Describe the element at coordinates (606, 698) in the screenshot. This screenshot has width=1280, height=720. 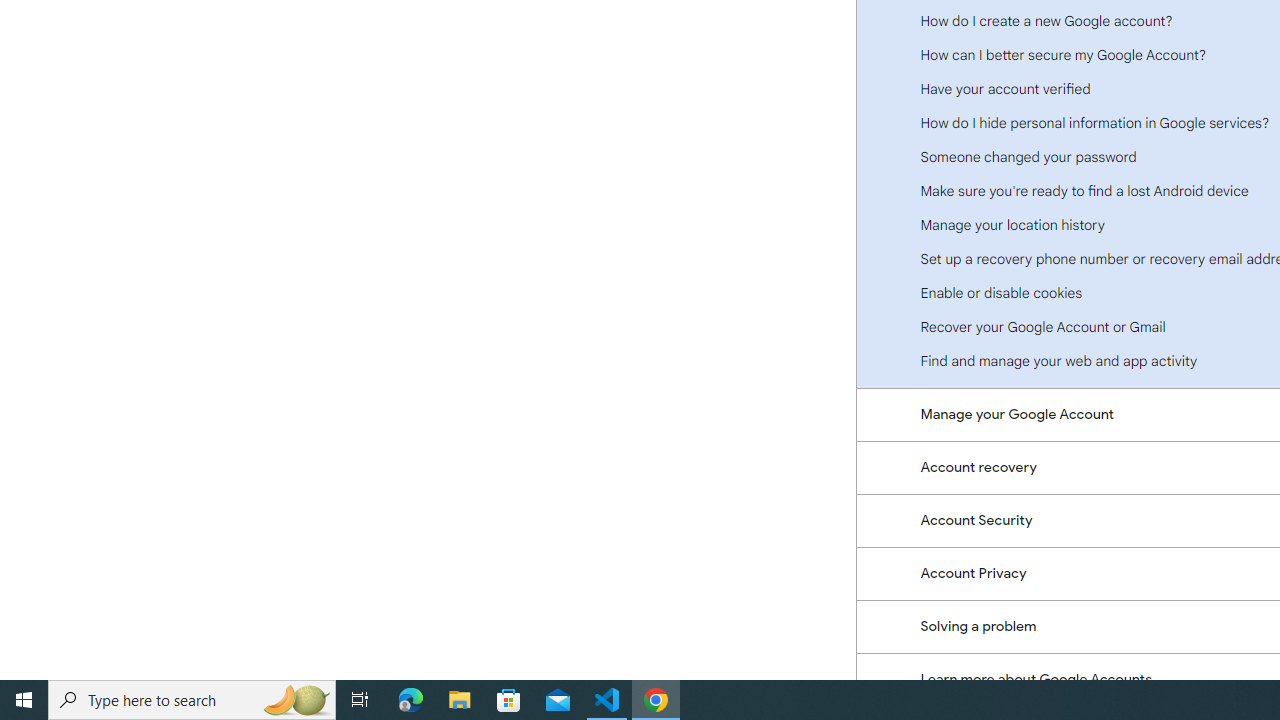
I see `'Visual Studio Code - 1 running window'` at that location.